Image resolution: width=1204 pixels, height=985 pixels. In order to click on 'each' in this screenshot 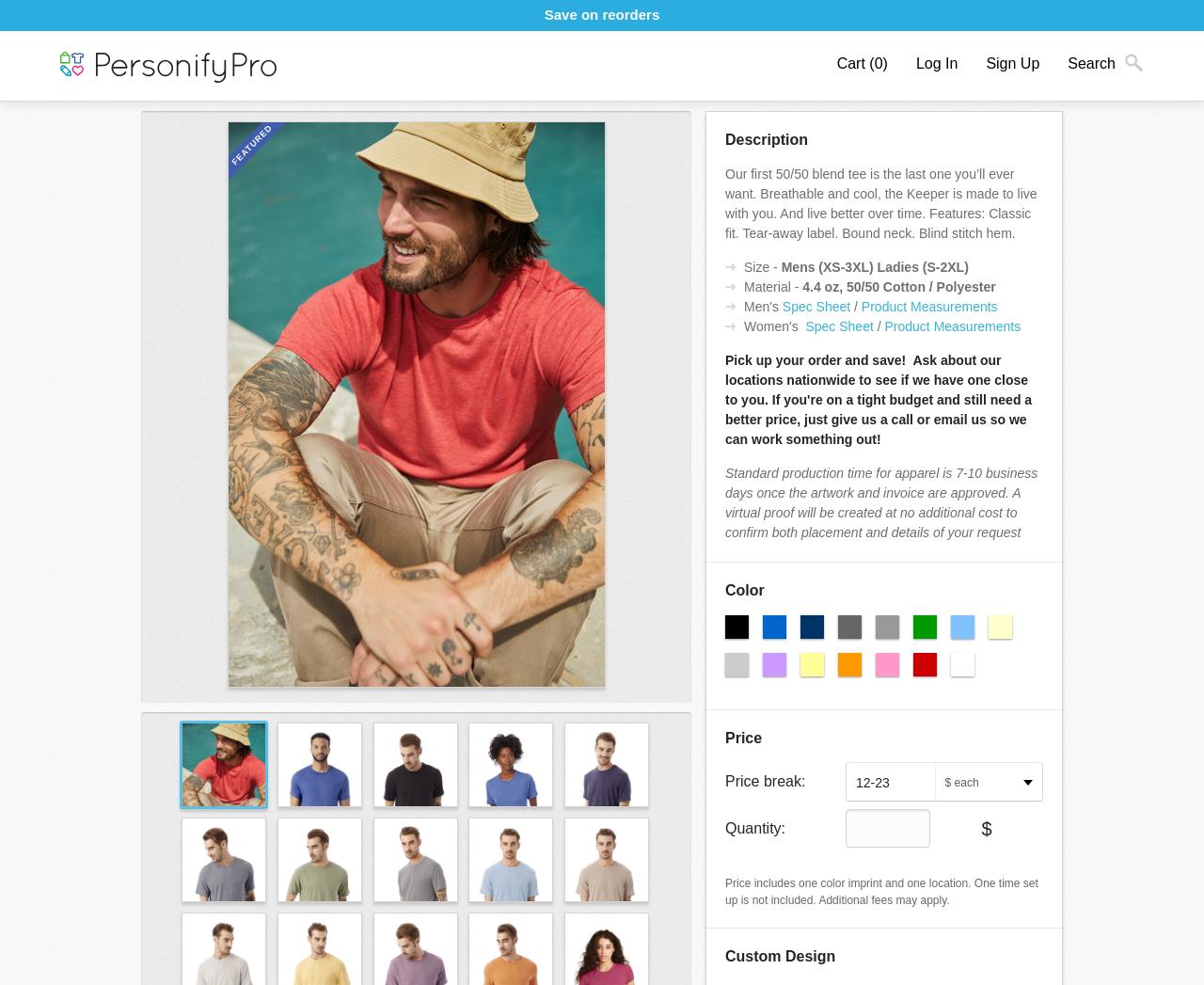, I will do `click(964, 783)`.